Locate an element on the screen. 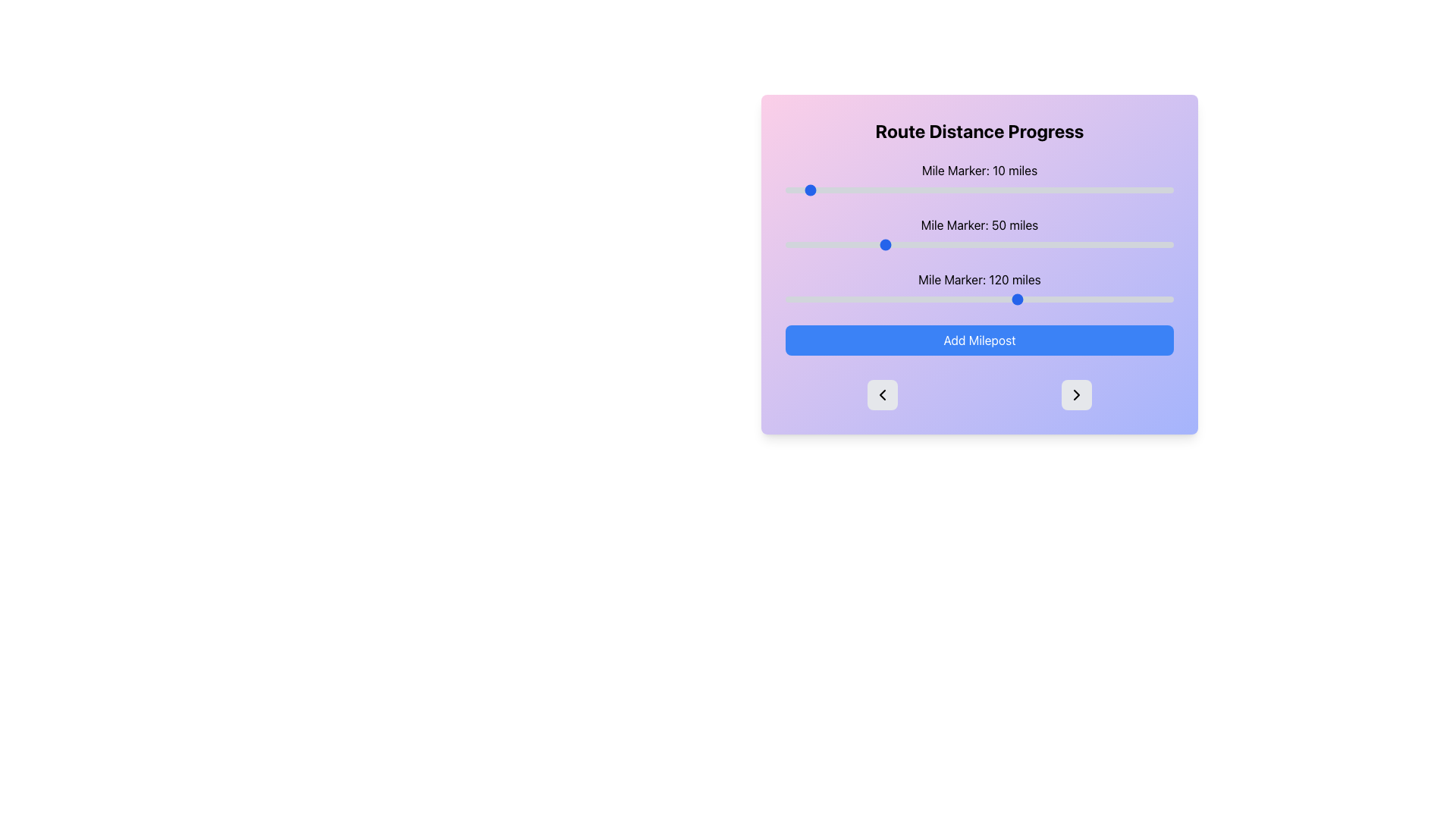 The width and height of the screenshot is (1456, 819). the navigational button with an embedded chevron icon located at the bottom-right corner of the interface to trigger a visual response is located at coordinates (1076, 394).